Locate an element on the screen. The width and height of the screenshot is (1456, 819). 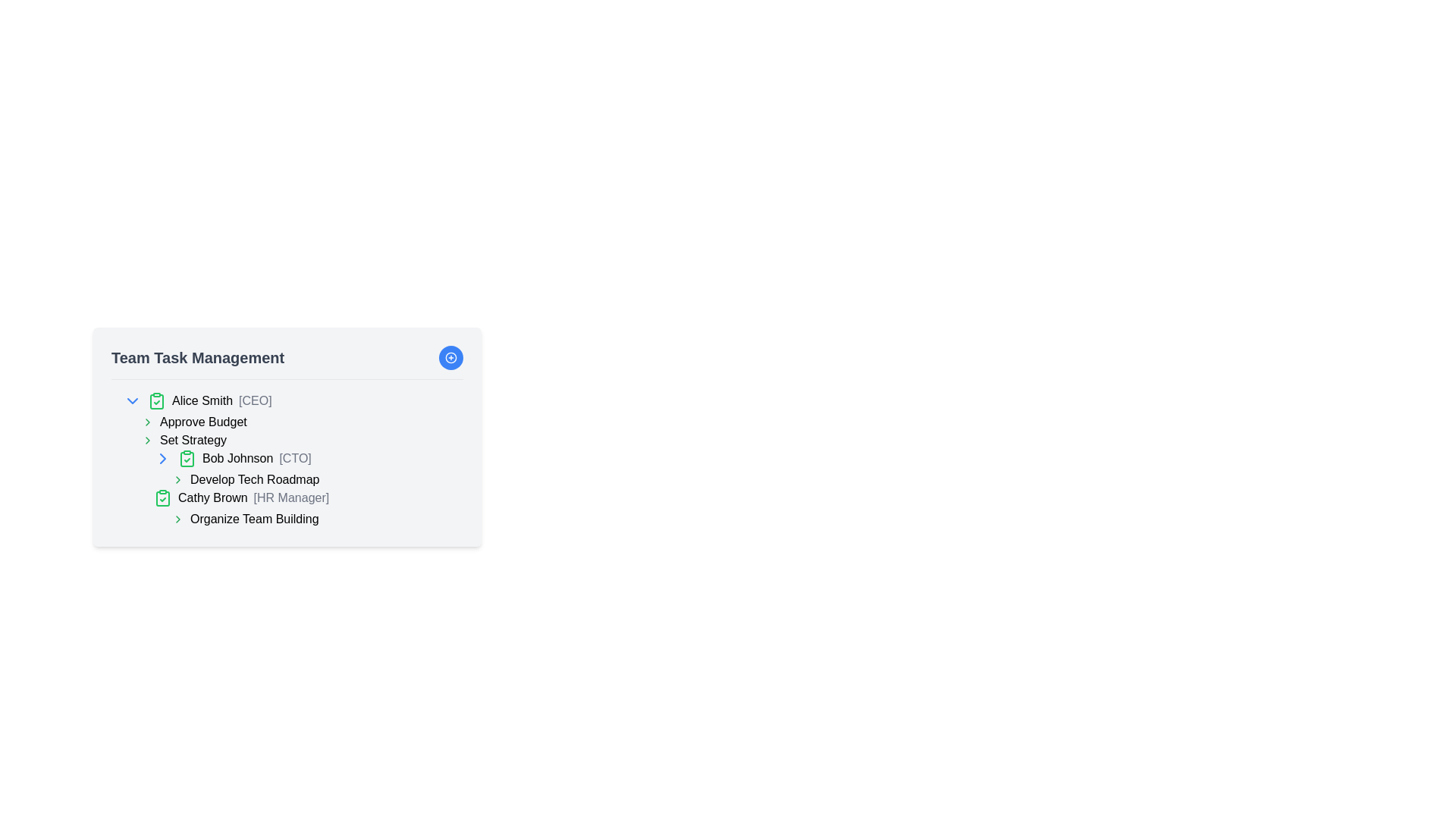
the green right-pointing chevron icon next to the 'Approve Budget' list item is located at coordinates (148, 422).